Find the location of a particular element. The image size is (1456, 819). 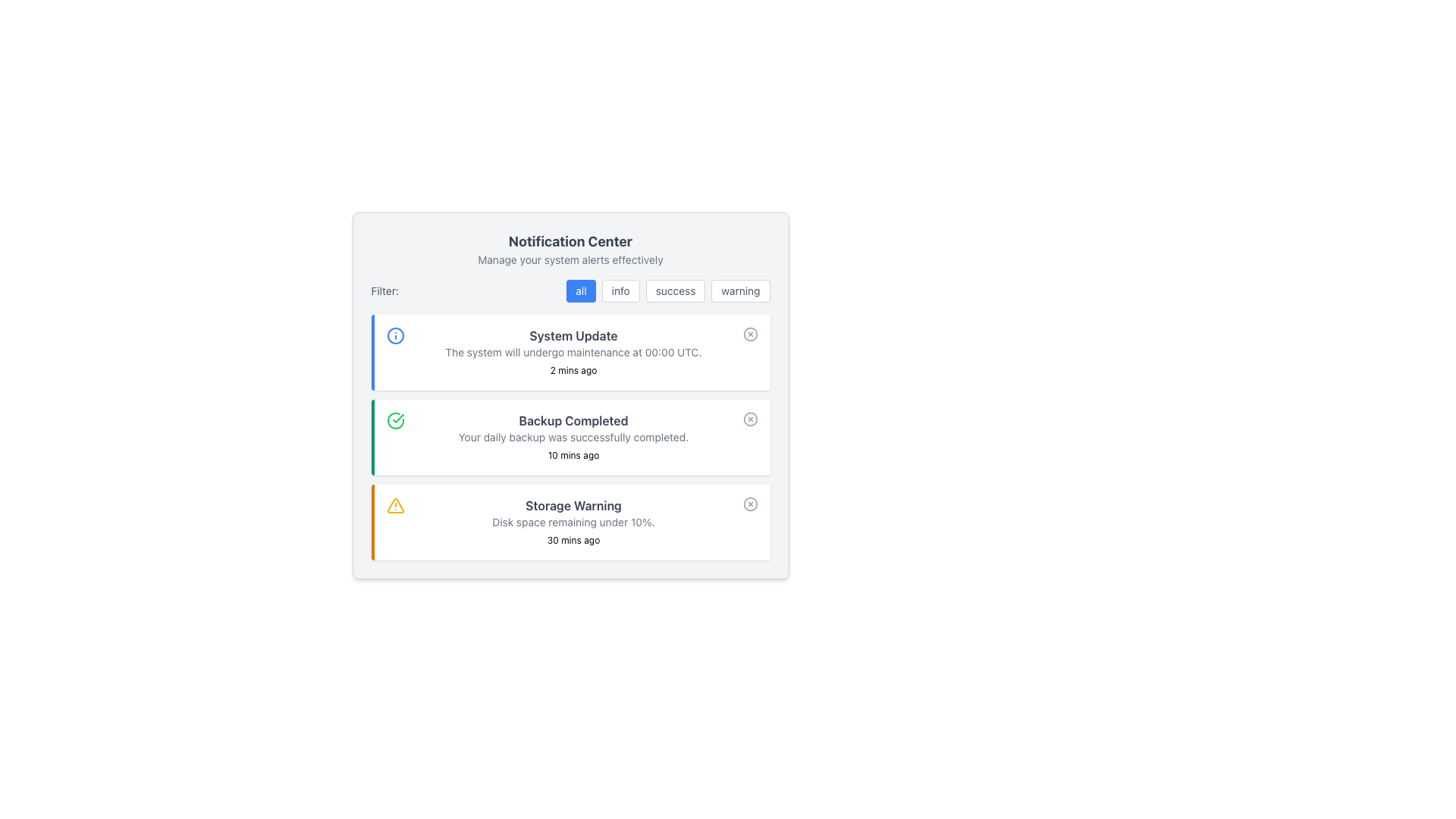

the Decorative SVG circle, which is a small stroke-only circle located next to the 'Storage Warning' alert in the notification center interface is located at coordinates (750, 504).